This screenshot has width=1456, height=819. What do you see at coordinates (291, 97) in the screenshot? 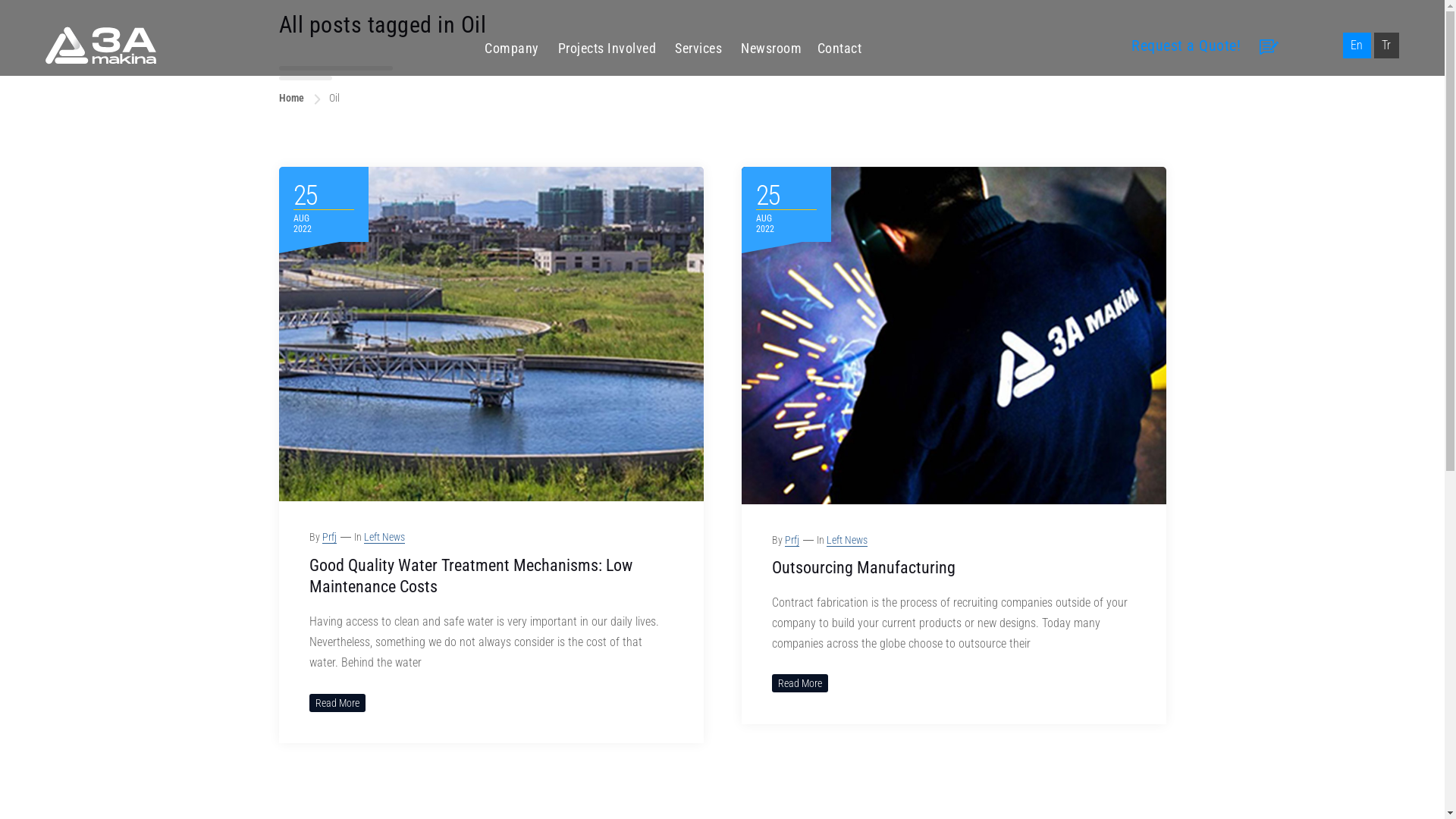
I see `'Home'` at bounding box center [291, 97].